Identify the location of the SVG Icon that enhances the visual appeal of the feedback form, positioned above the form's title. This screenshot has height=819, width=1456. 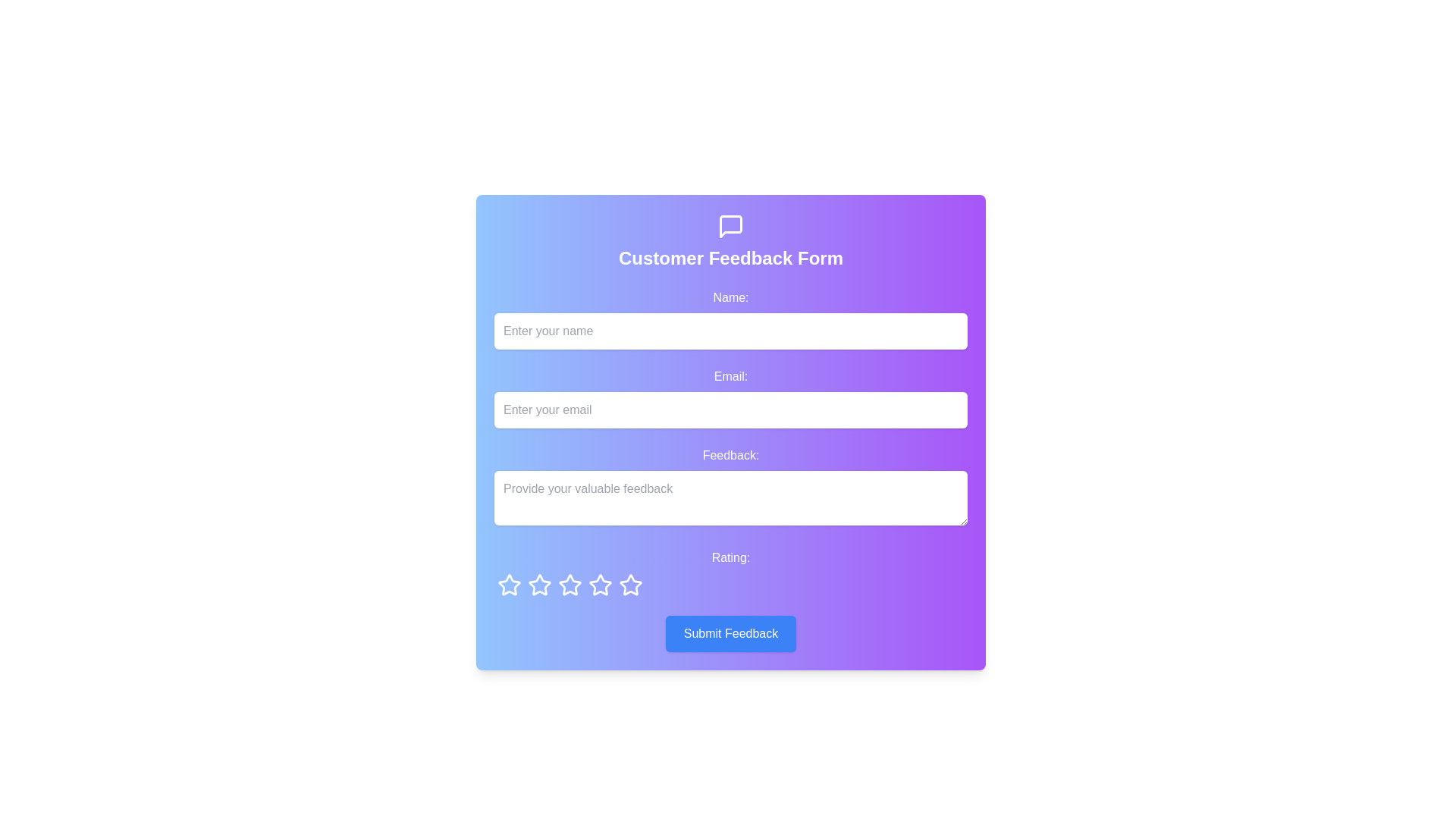
(731, 227).